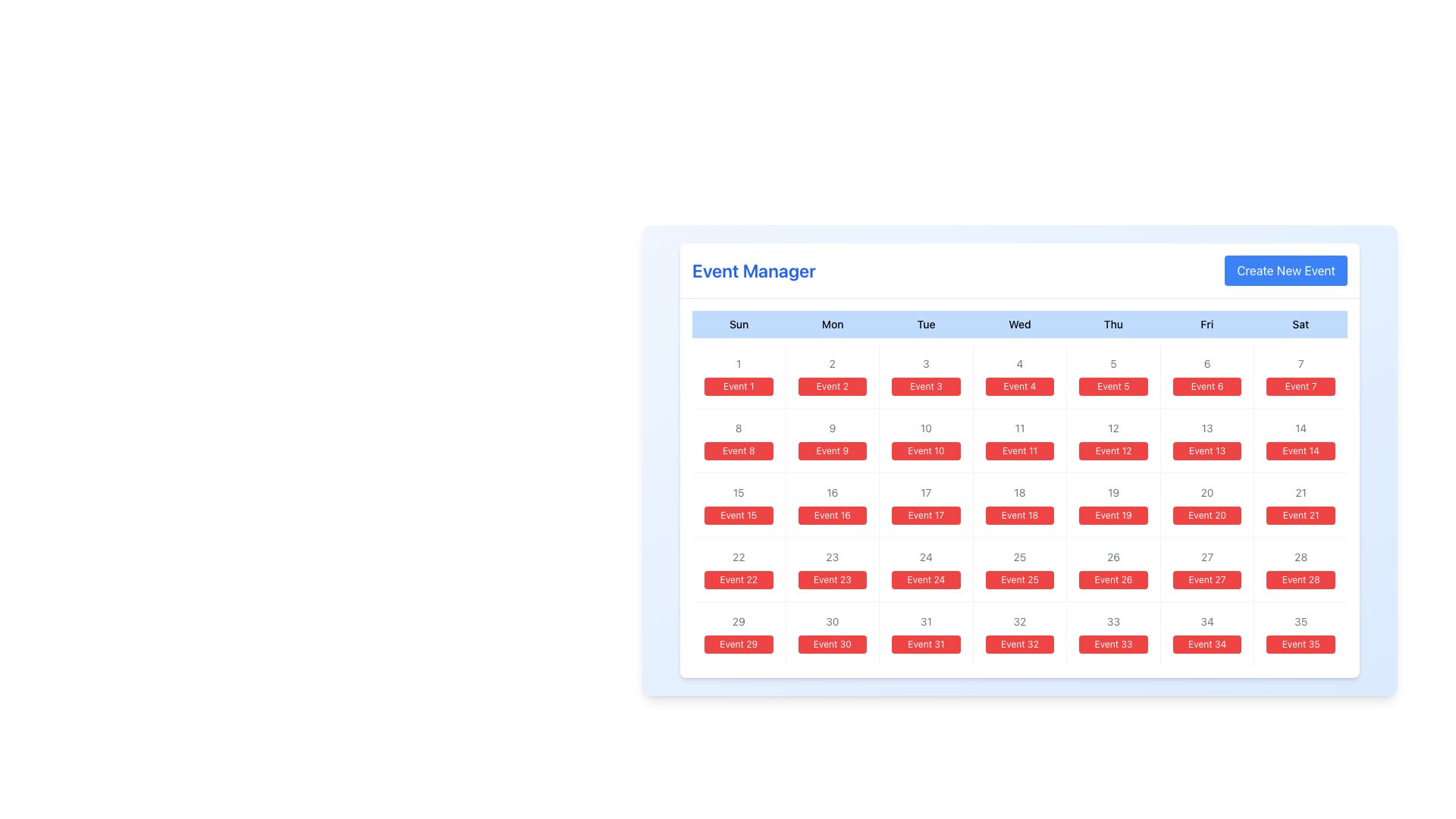 This screenshot has width=1456, height=819. I want to click on the styled text label representing the event on the date '6' in the Friday column of the calendar grid interface, so click(1207, 385).